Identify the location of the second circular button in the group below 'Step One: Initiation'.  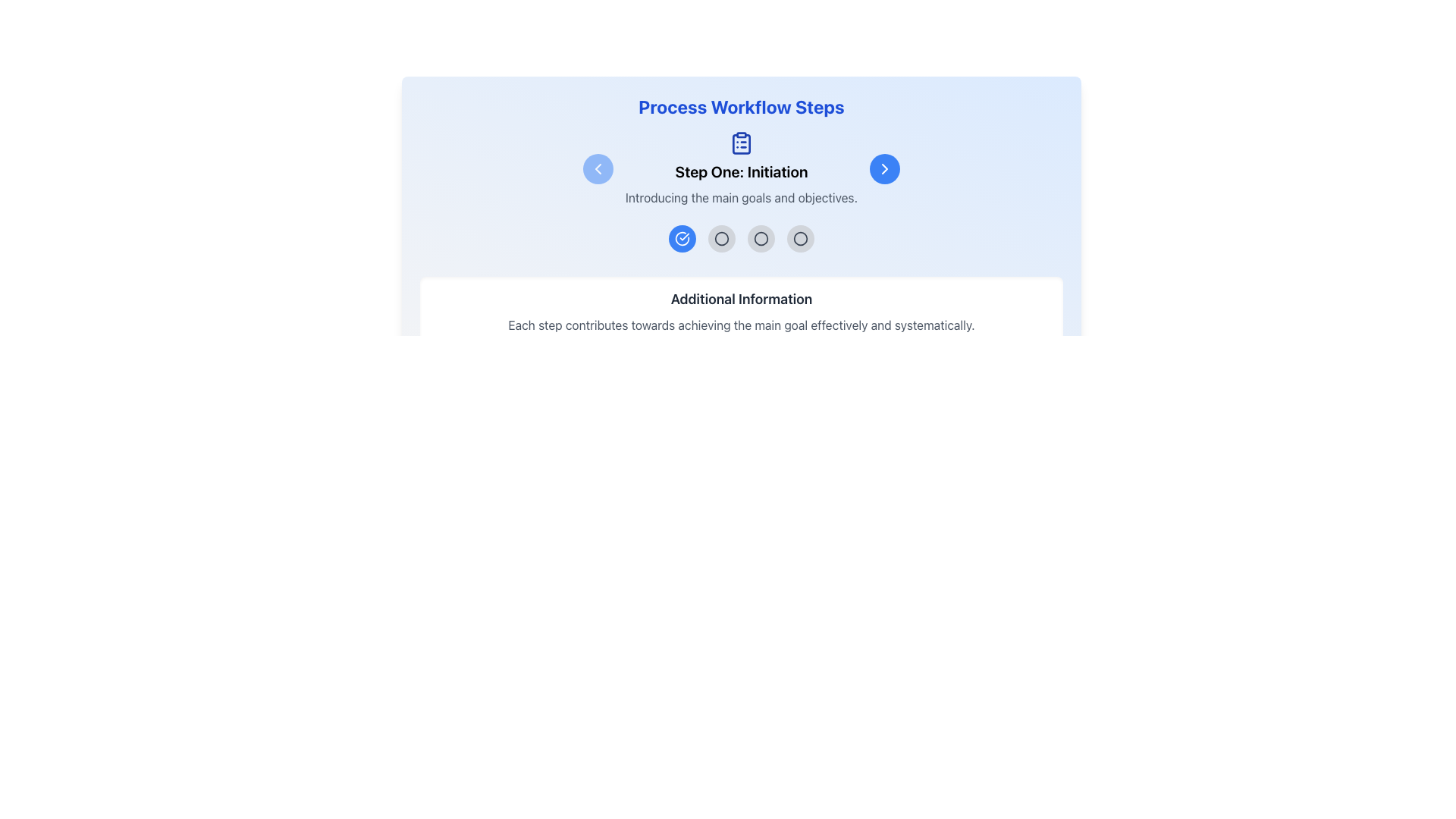
(720, 239).